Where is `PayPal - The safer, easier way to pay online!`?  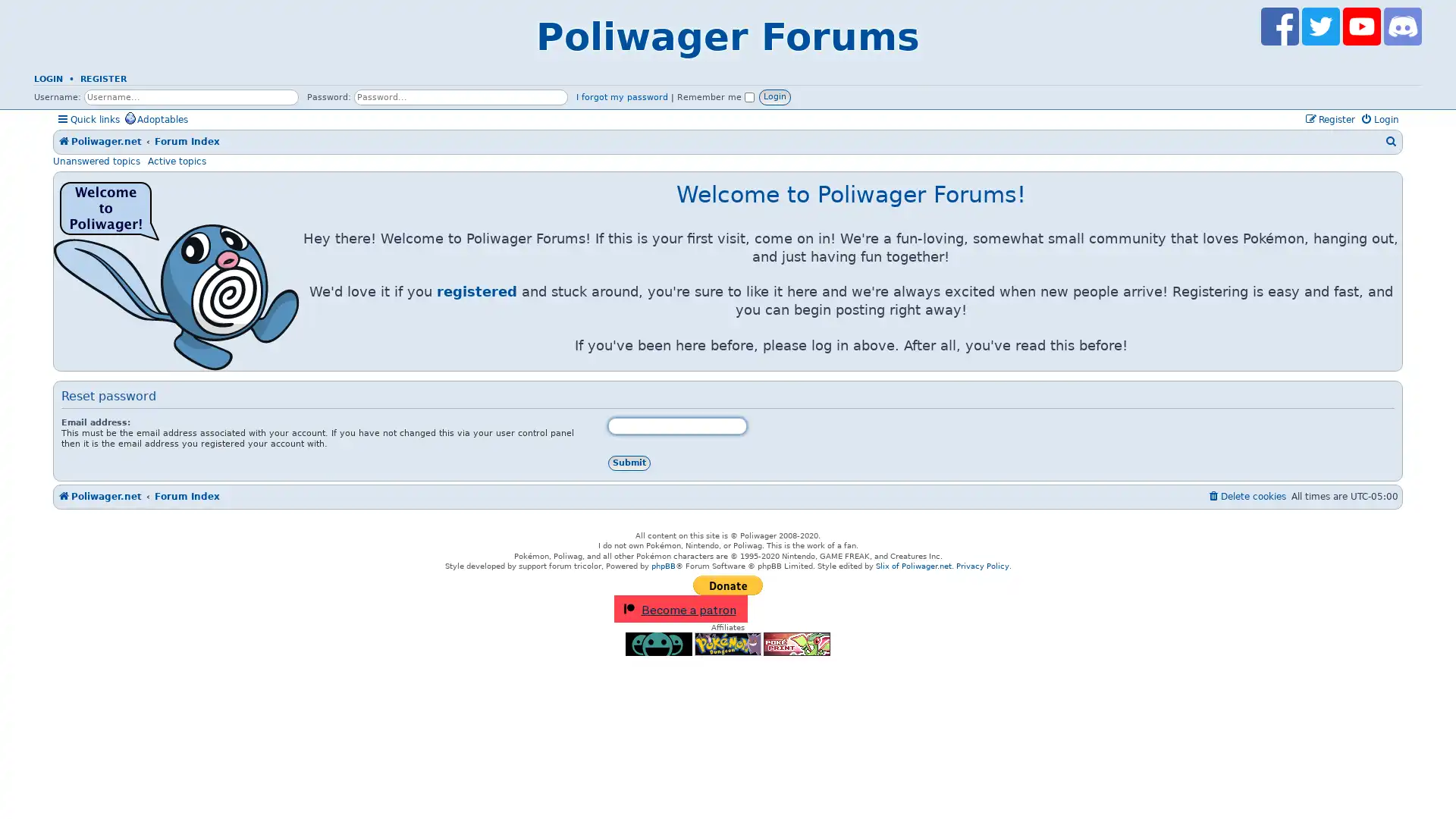 PayPal - The safer, easier way to pay online! is located at coordinates (728, 584).